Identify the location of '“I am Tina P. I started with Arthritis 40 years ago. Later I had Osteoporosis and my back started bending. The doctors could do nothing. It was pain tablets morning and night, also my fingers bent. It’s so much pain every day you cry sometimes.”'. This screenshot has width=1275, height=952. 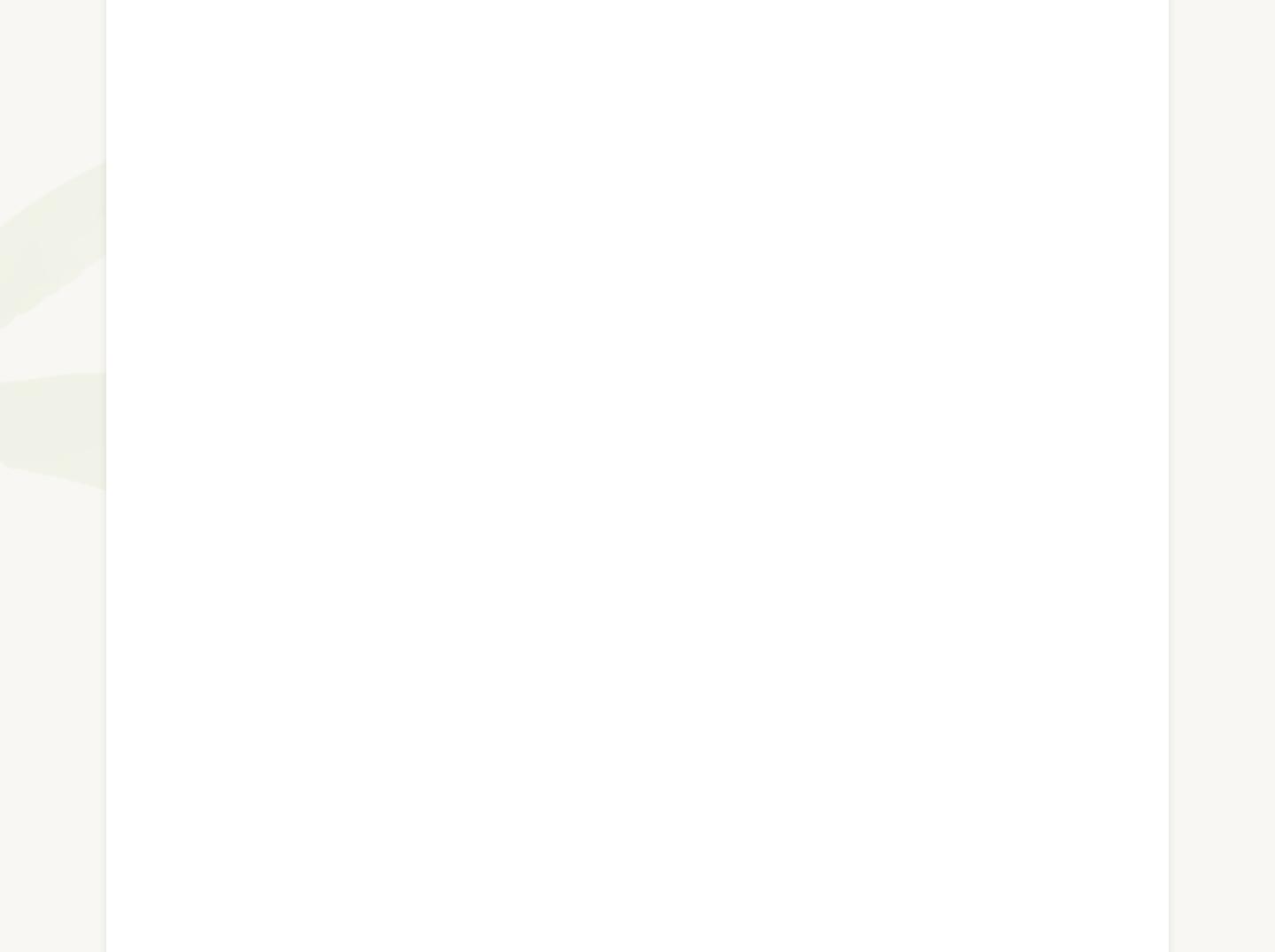
(623, 541).